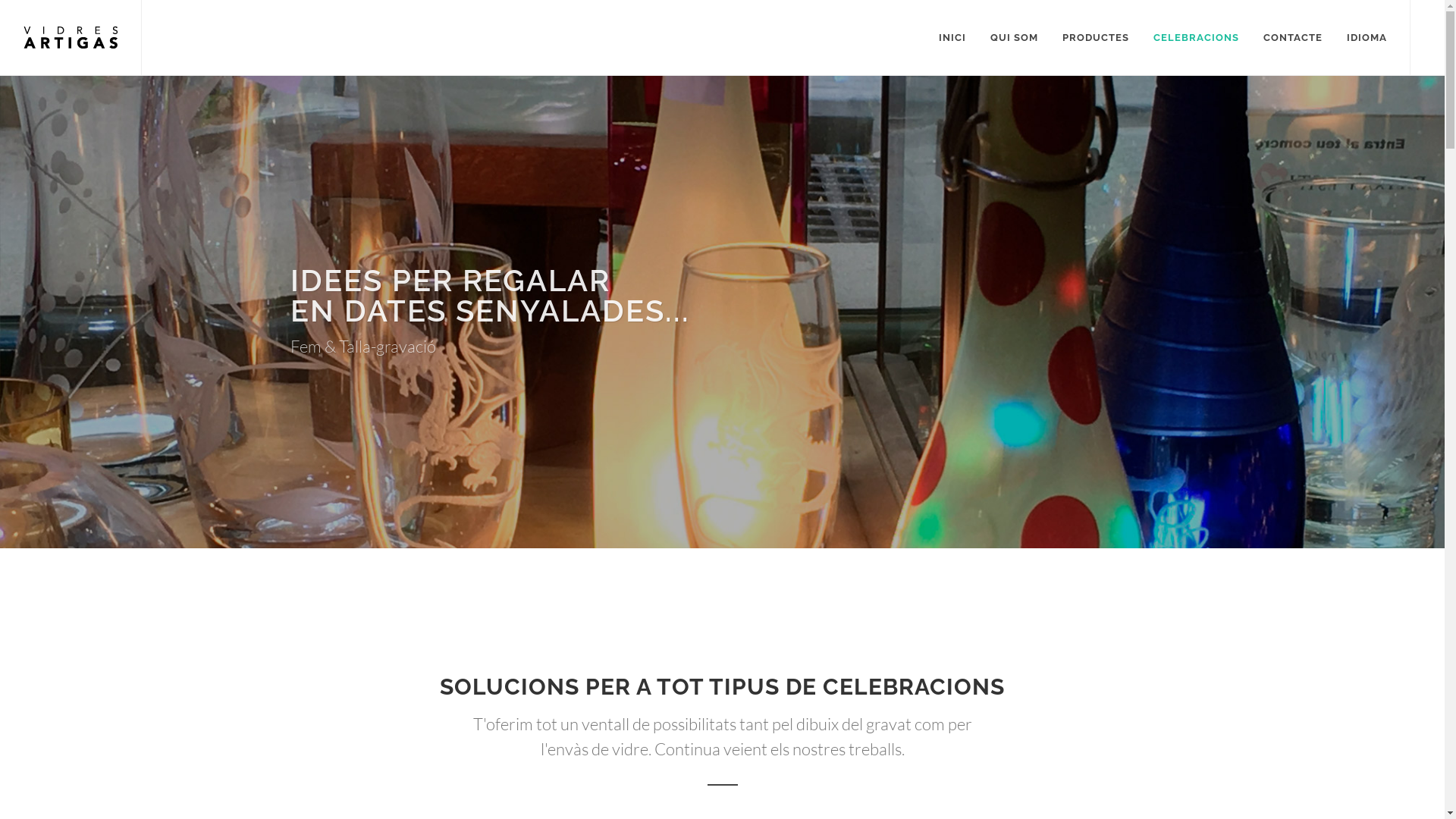 This screenshot has height=819, width=1456. What do you see at coordinates (979, 37) in the screenshot?
I see `'QUI SOM'` at bounding box center [979, 37].